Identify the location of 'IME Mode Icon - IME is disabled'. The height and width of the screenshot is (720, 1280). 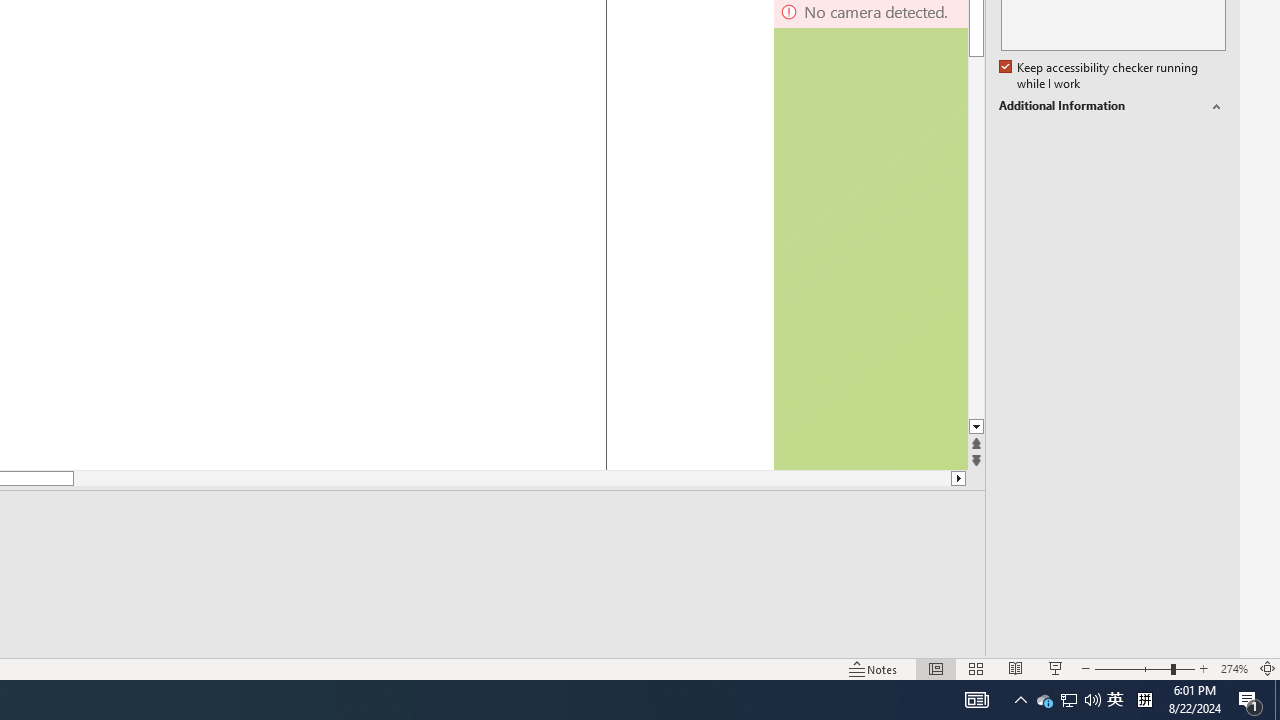
(1114, 698).